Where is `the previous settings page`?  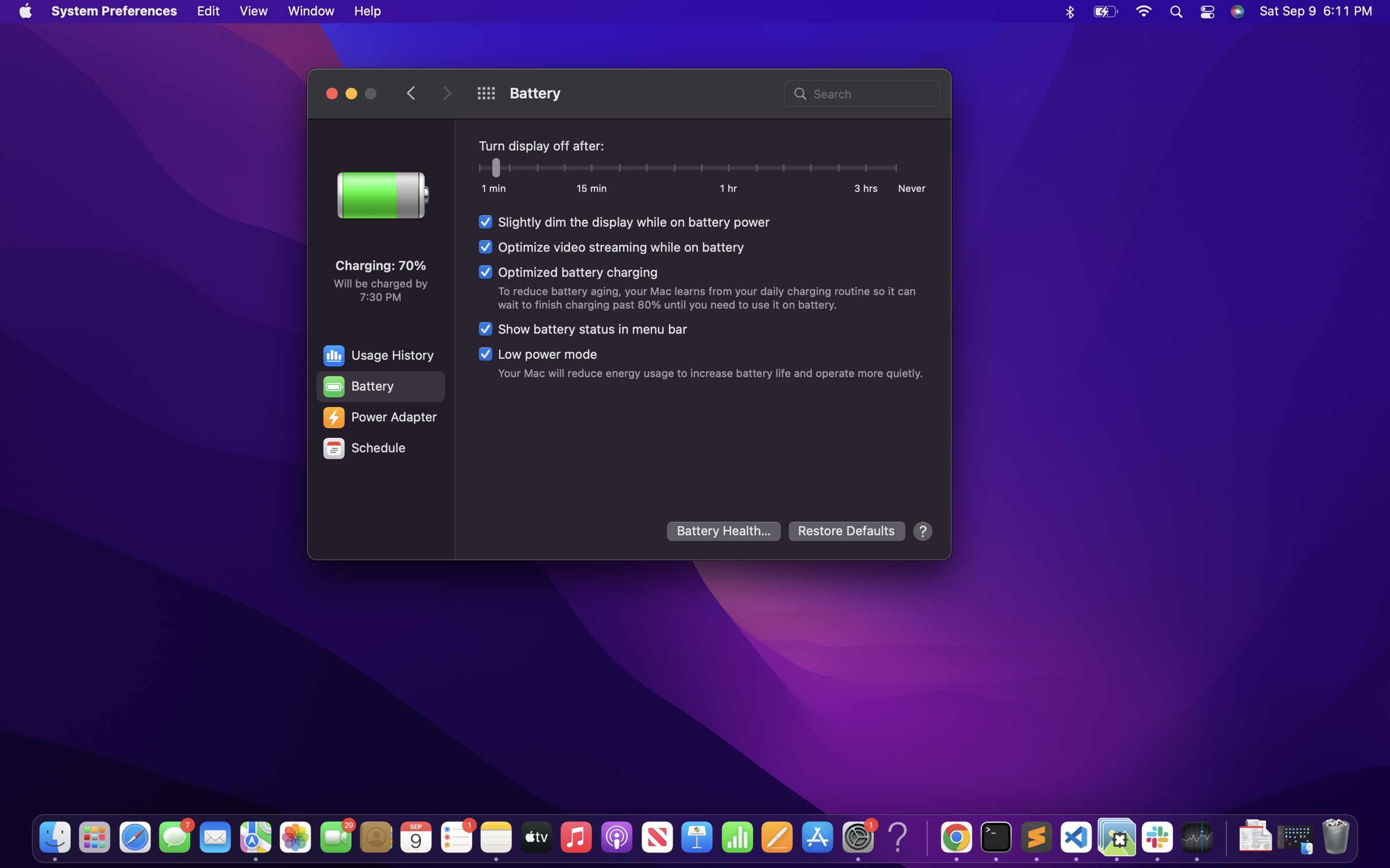
the previous settings page is located at coordinates (412, 92).